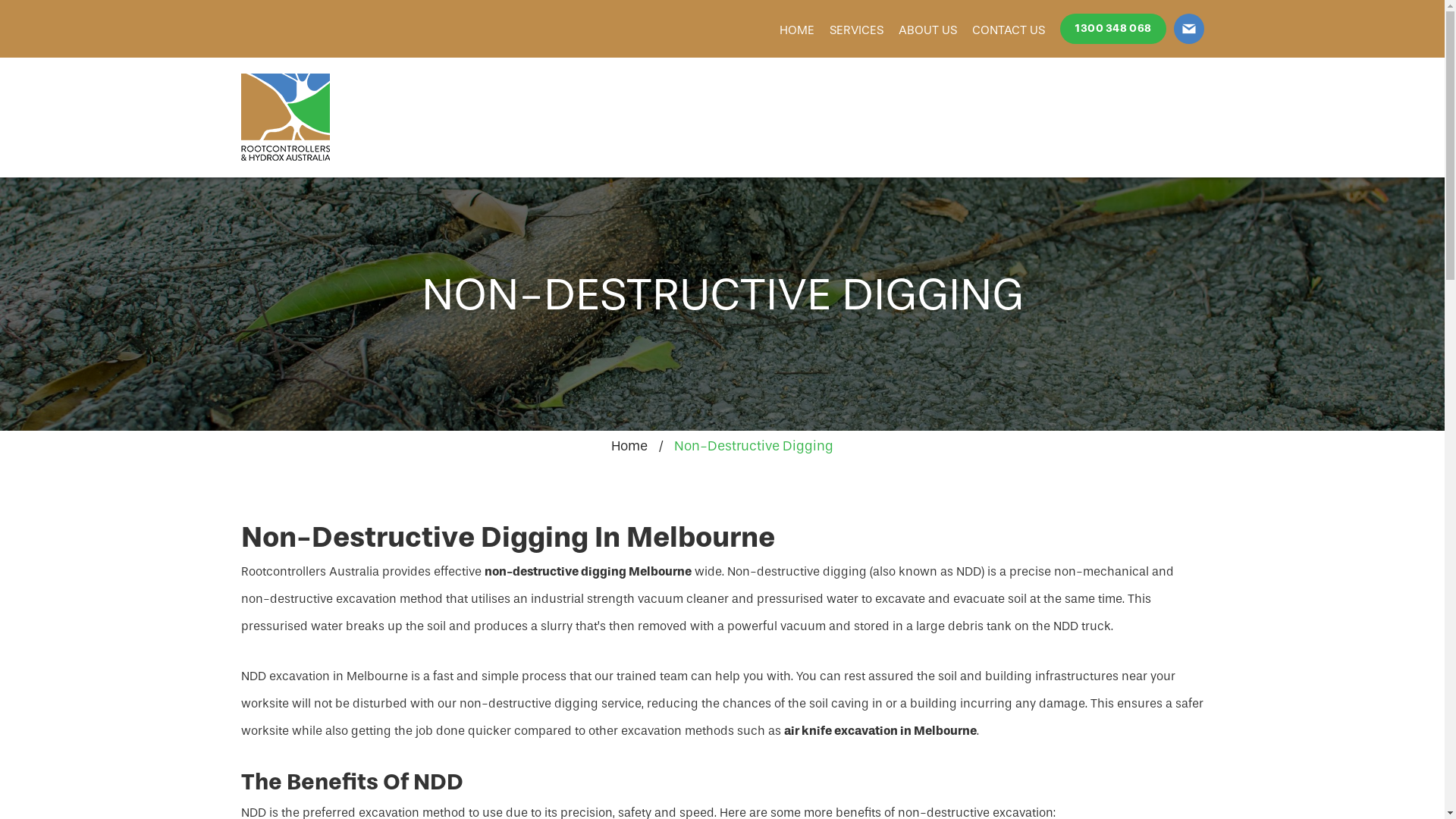 The width and height of the screenshot is (1456, 819). What do you see at coordinates (240, 116) in the screenshot?
I see `'Rootcontrollers & Hydrox Australia'` at bounding box center [240, 116].